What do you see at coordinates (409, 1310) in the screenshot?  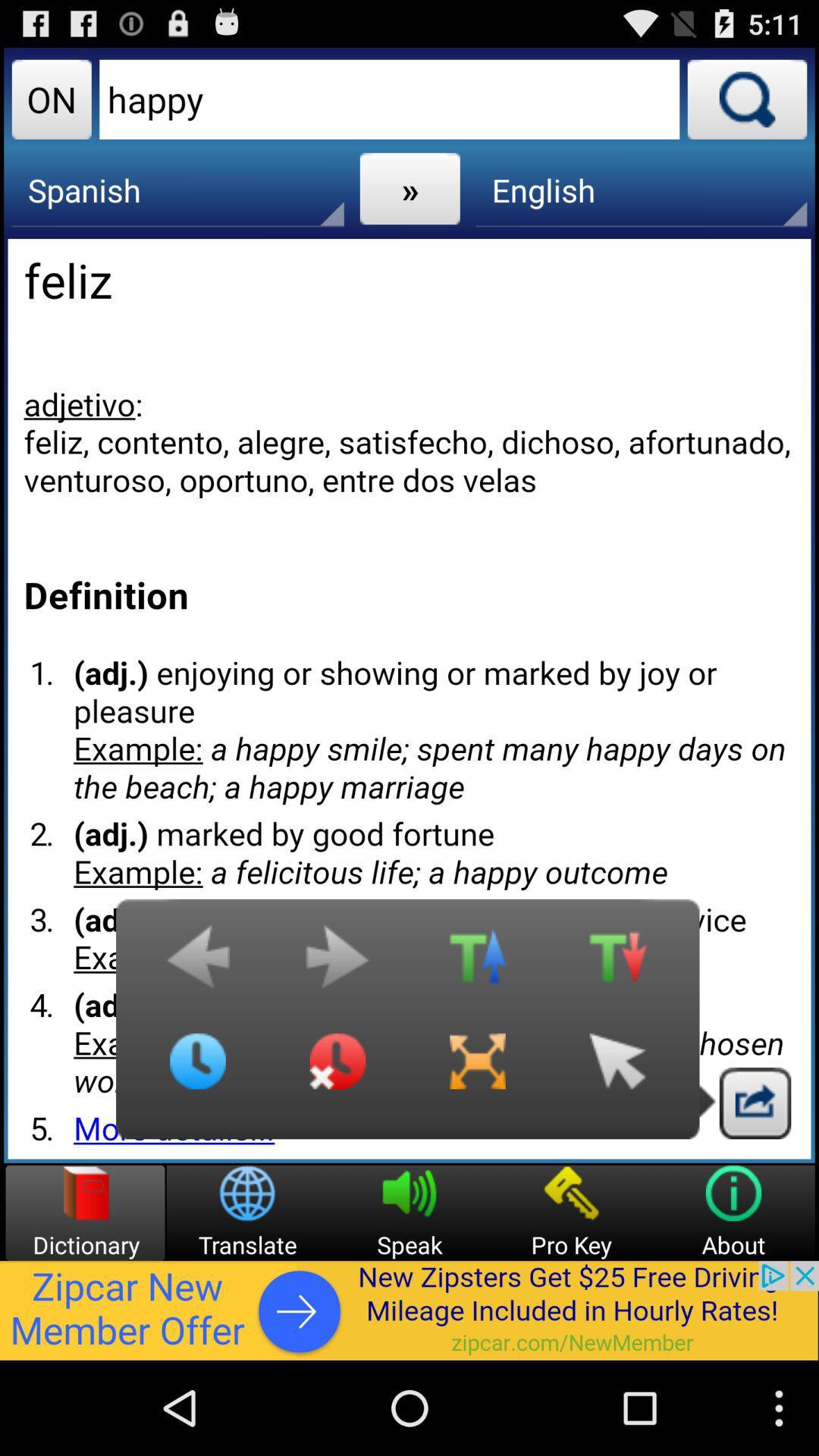 I see `advertisement display` at bounding box center [409, 1310].